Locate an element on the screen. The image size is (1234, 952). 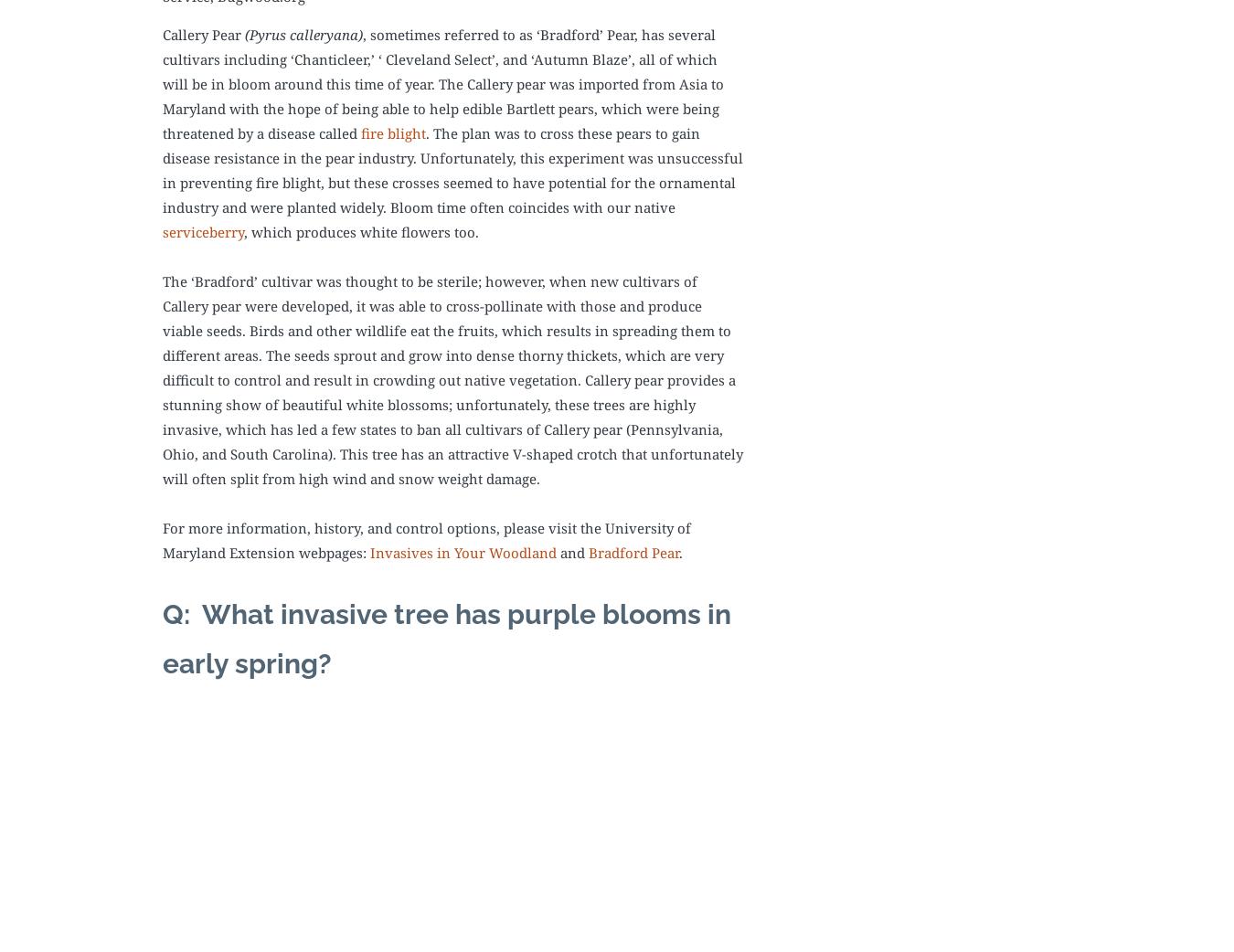
'fire blight' is located at coordinates (393, 132).